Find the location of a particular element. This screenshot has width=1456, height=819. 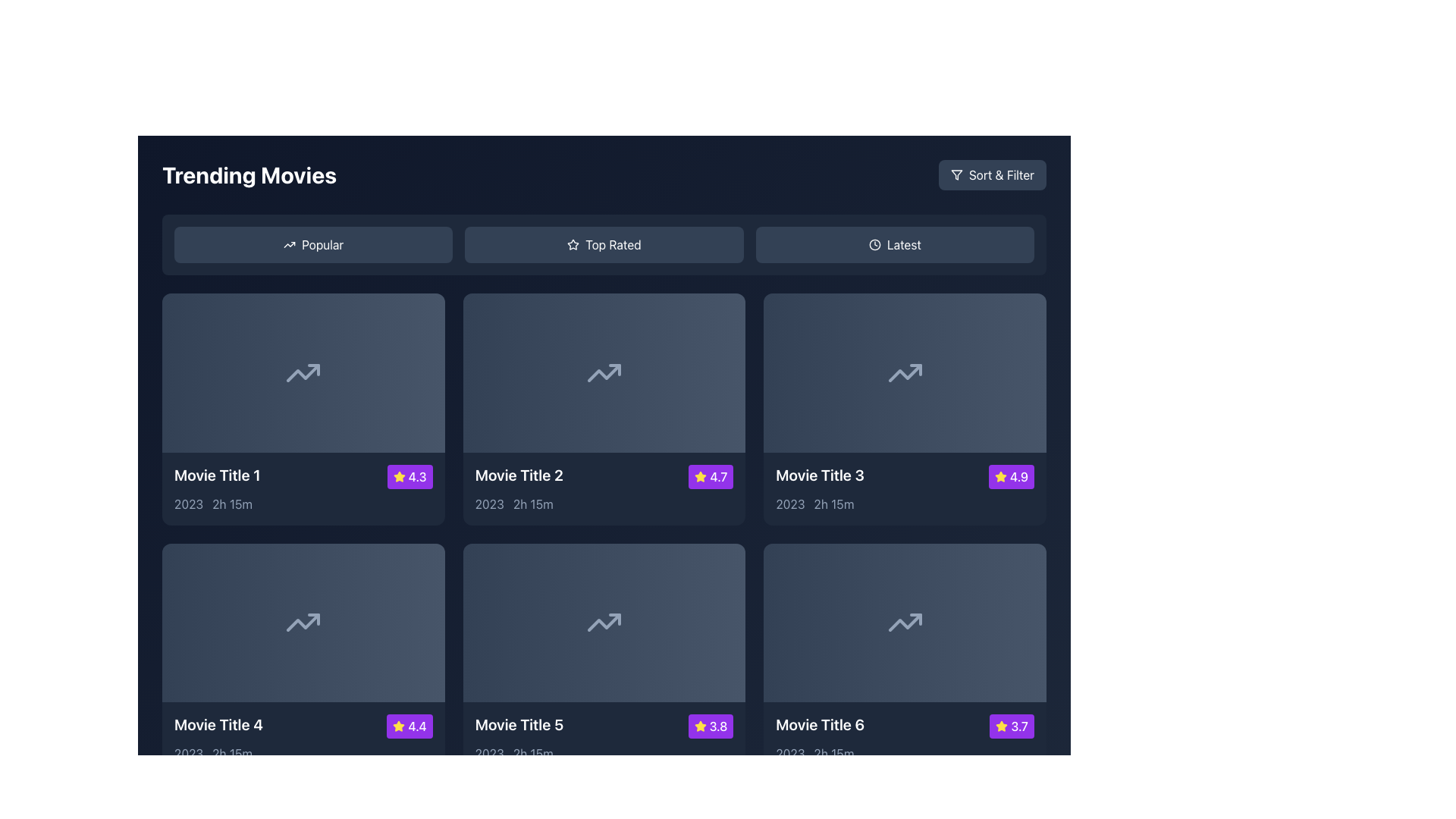

the text element displaying '2h 15m' in light gray font, located below the title and thumbnail image of 'Movie Title 2' is located at coordinates (533, 504).